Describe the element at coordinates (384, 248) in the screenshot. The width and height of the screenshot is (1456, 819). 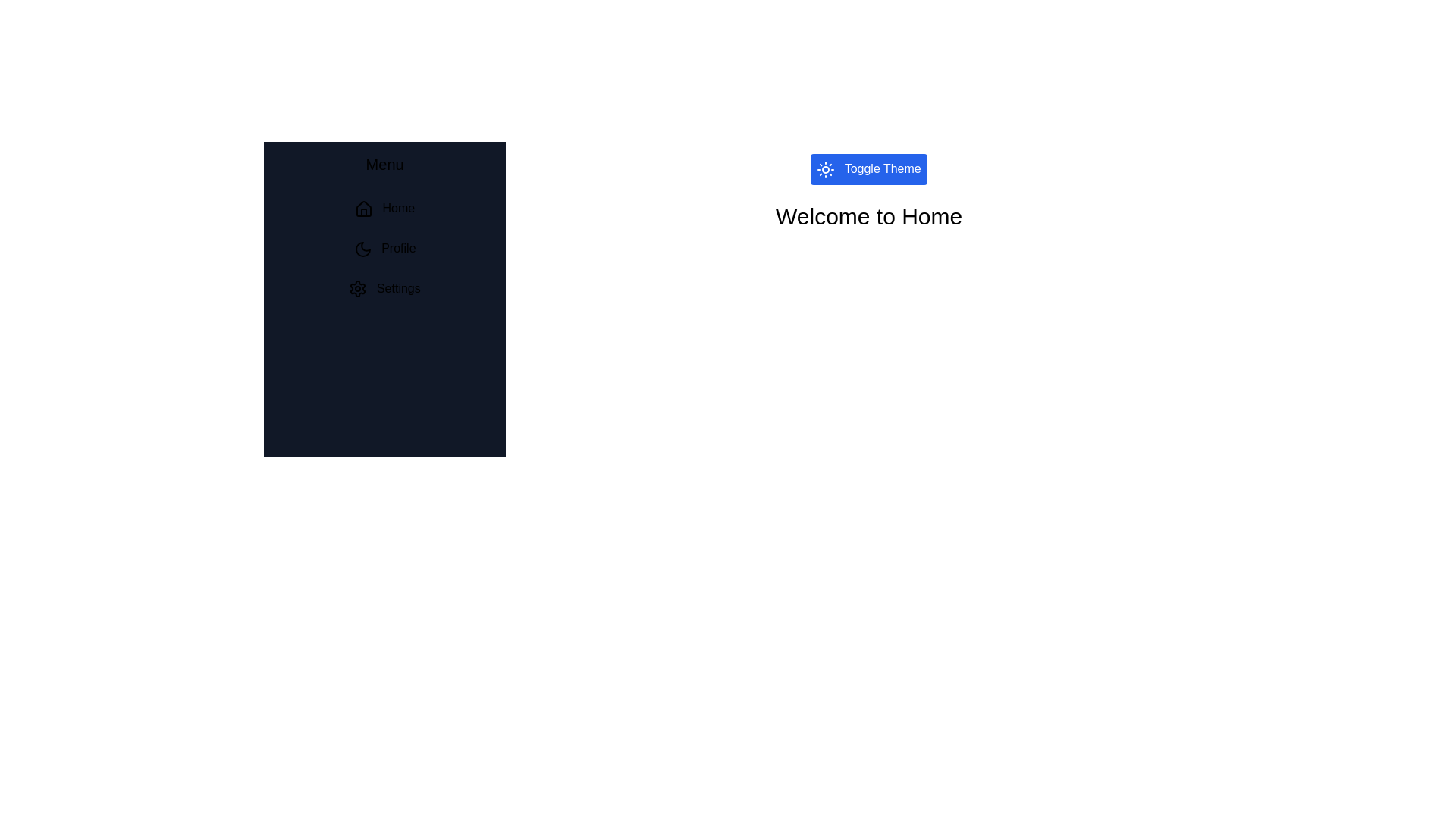
I see `the Profile section from the menu` at that location.